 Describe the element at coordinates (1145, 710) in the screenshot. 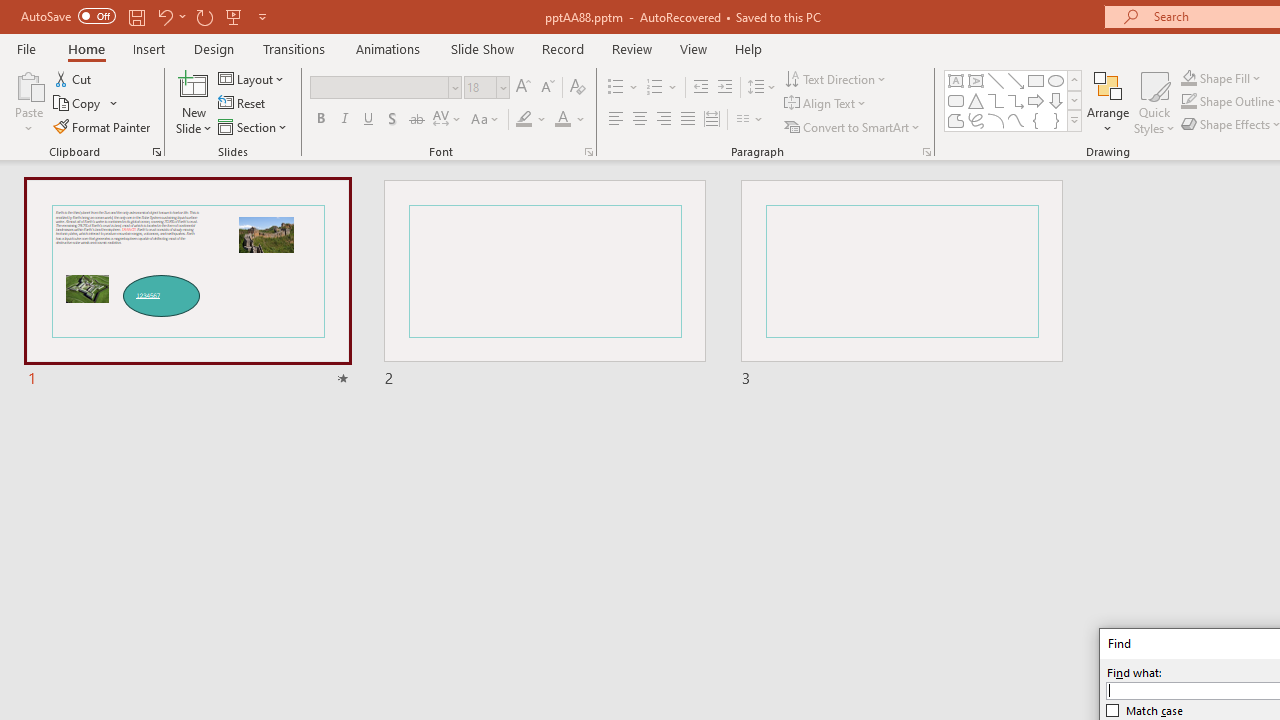

I see `'Match case'` at that location.